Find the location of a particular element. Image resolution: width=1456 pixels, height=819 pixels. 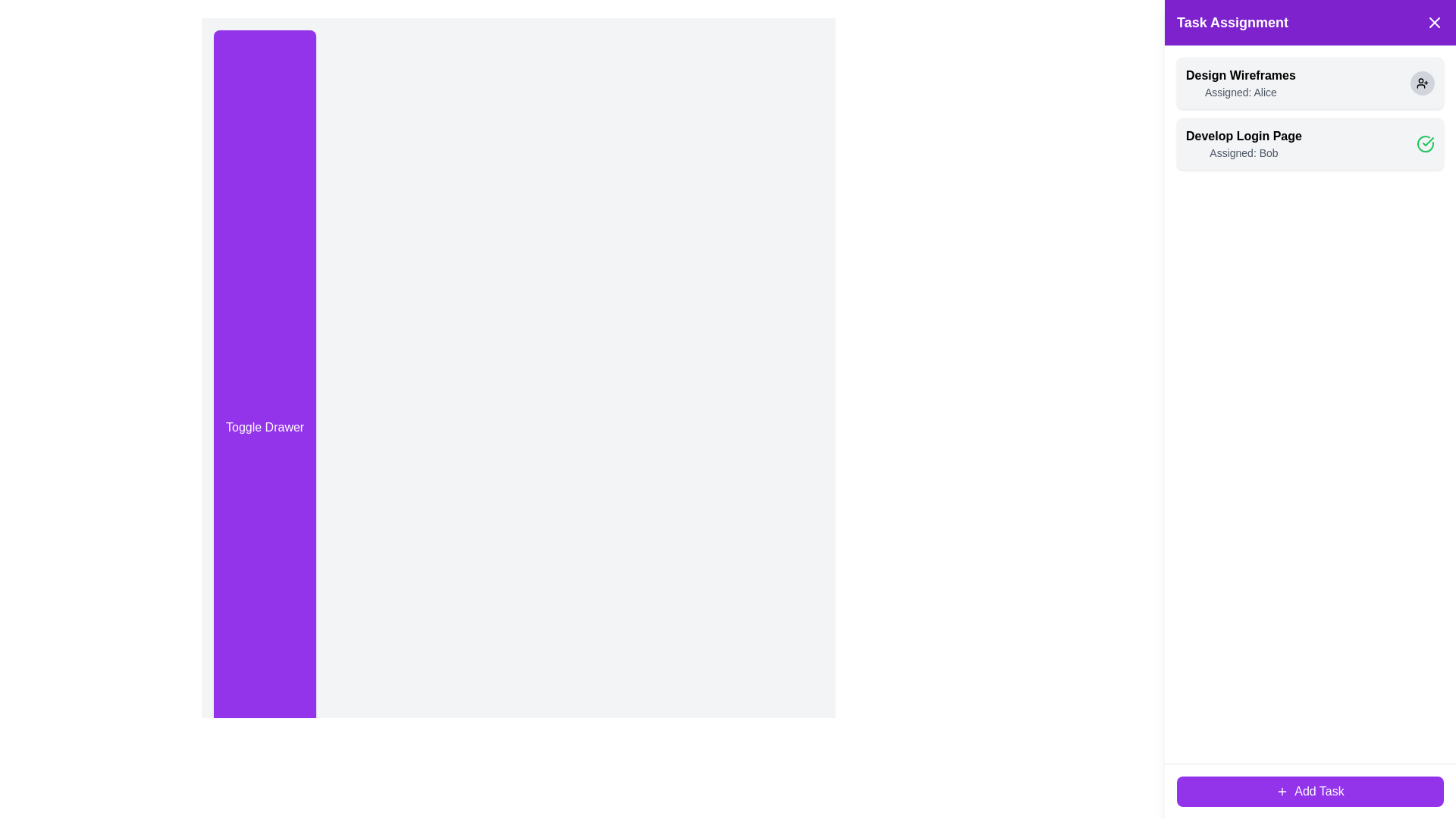

header text 'Task Assignment' located in the top-right corner of the interface, inside the purple header bar, next to the close icon is located at coordinates (1232, 23).